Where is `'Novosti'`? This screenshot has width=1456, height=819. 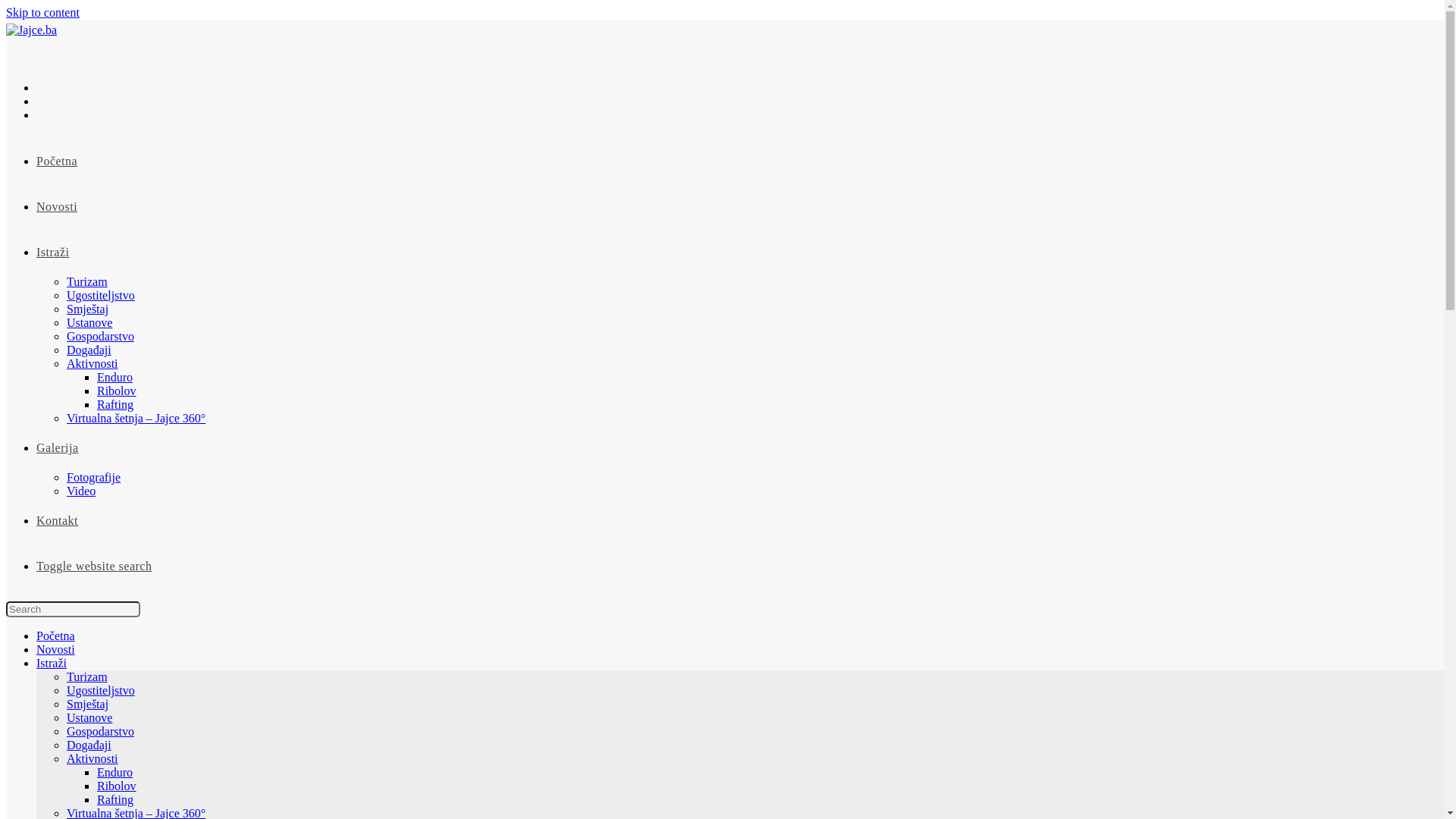
'Novosti' is located at coordinates (55, 648).